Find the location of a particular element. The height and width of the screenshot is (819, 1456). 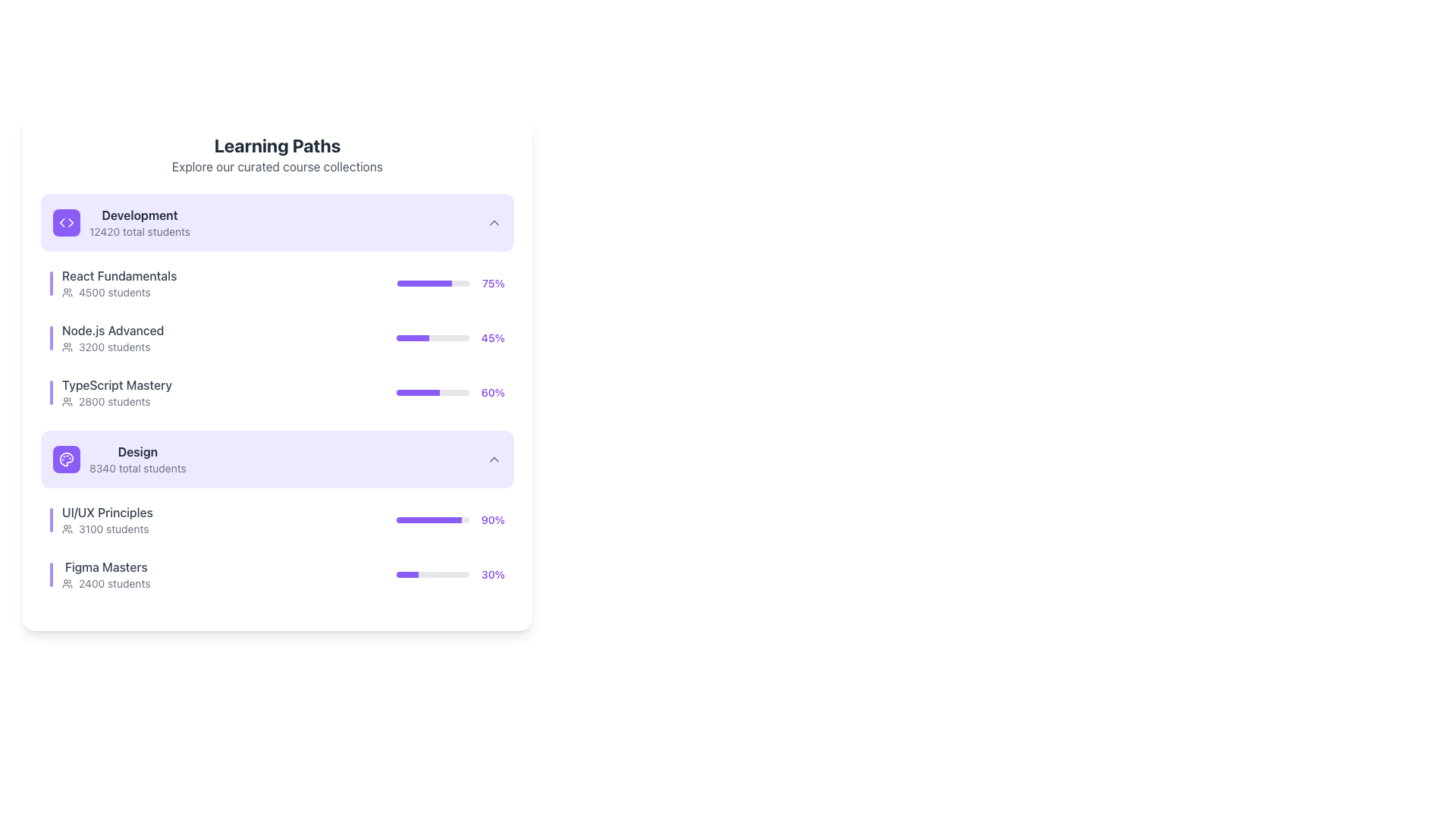

the 'Node.js Advanced' course link element, which includes the hyperlink and student count is located at coordinates (106, 337).